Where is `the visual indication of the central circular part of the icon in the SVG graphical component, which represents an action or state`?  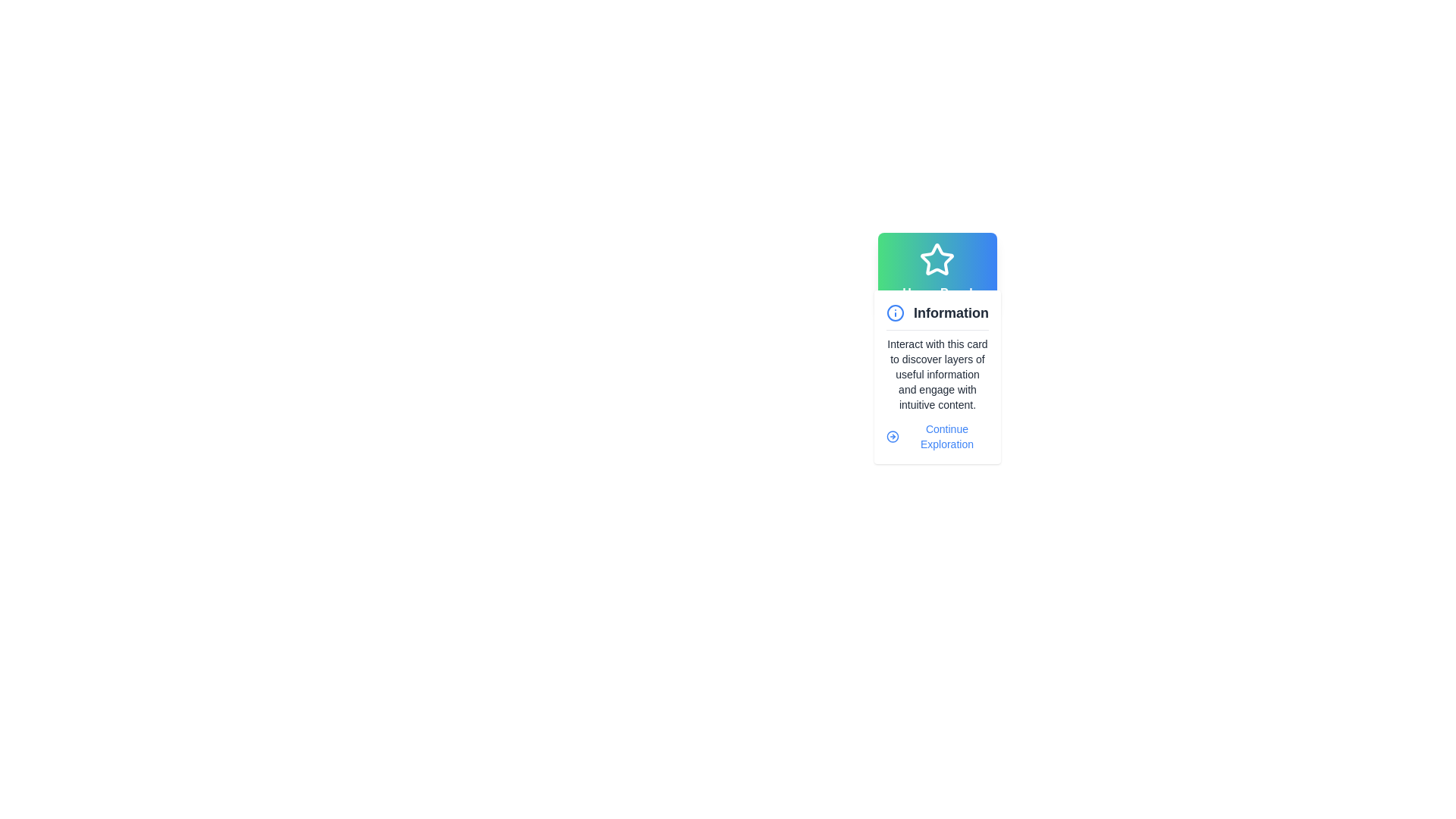 the visual indication of the central circular part of the icon in the SVG graphical component, which represents an action or state is located at coordinates (893, 436).